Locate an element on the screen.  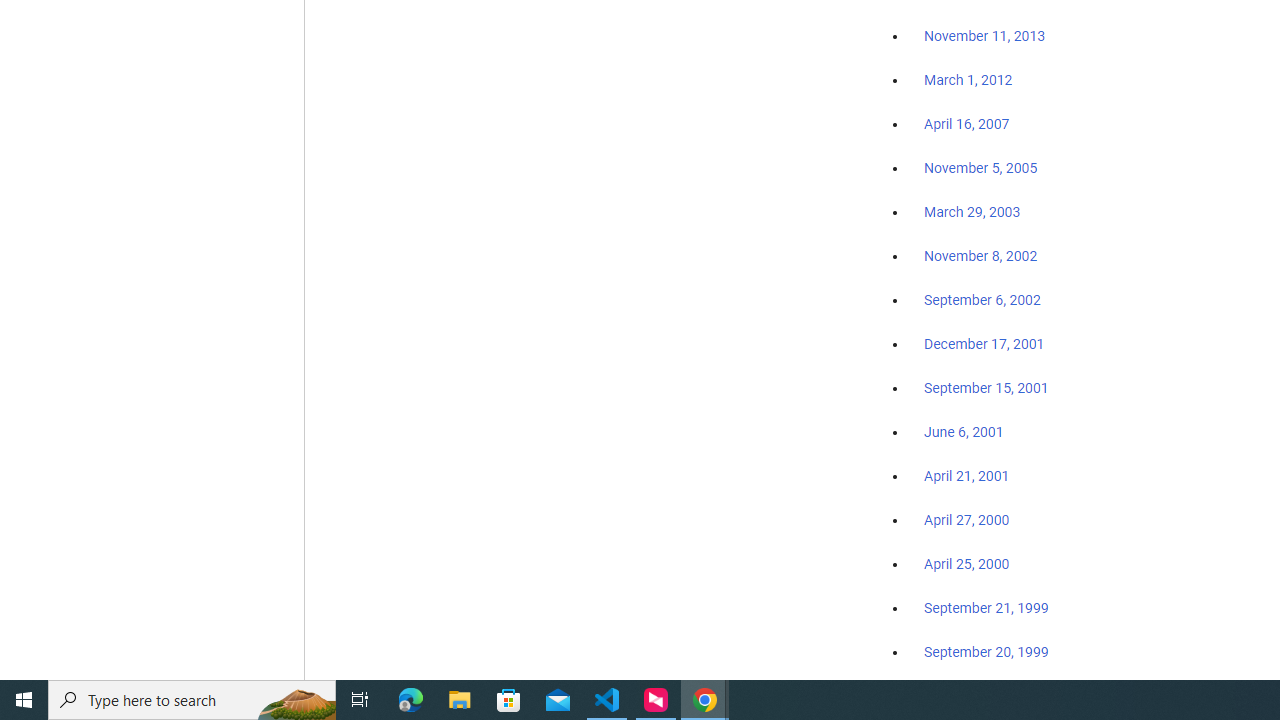
'April 21, 2001' is located at coordinates (967, 476).